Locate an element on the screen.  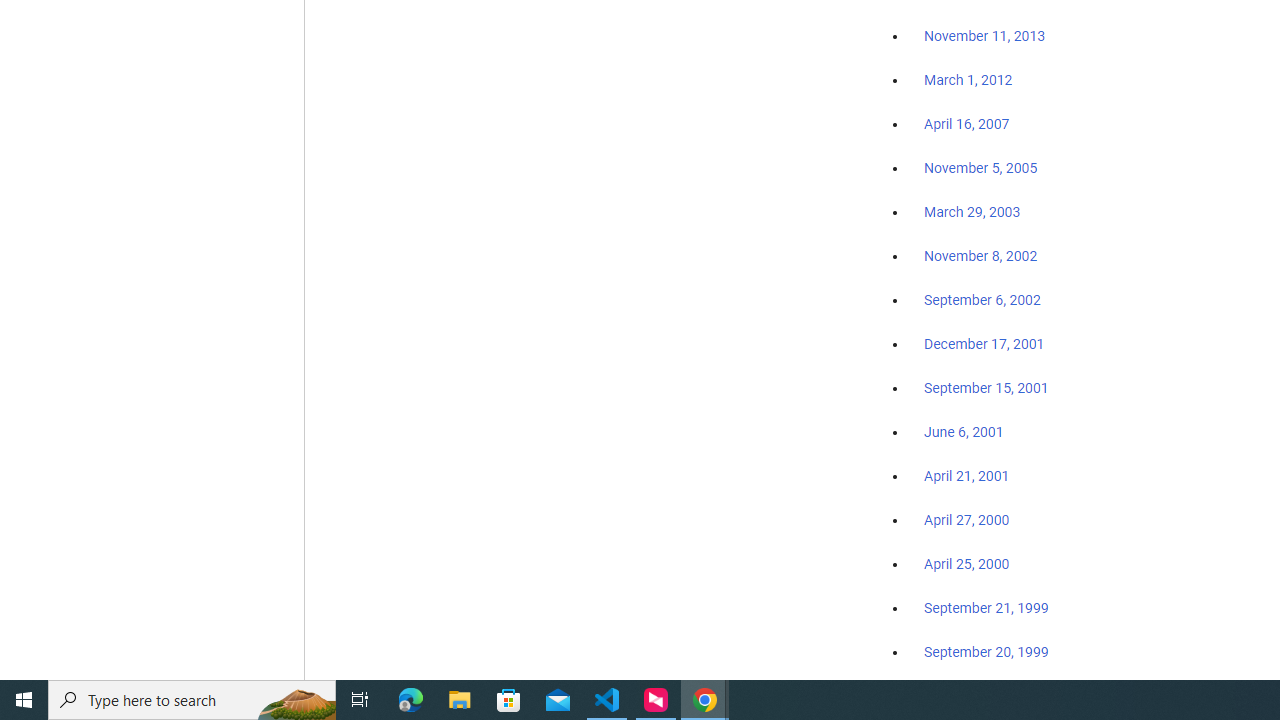
'April 21, 2001' is located at coordinates (967, 476).